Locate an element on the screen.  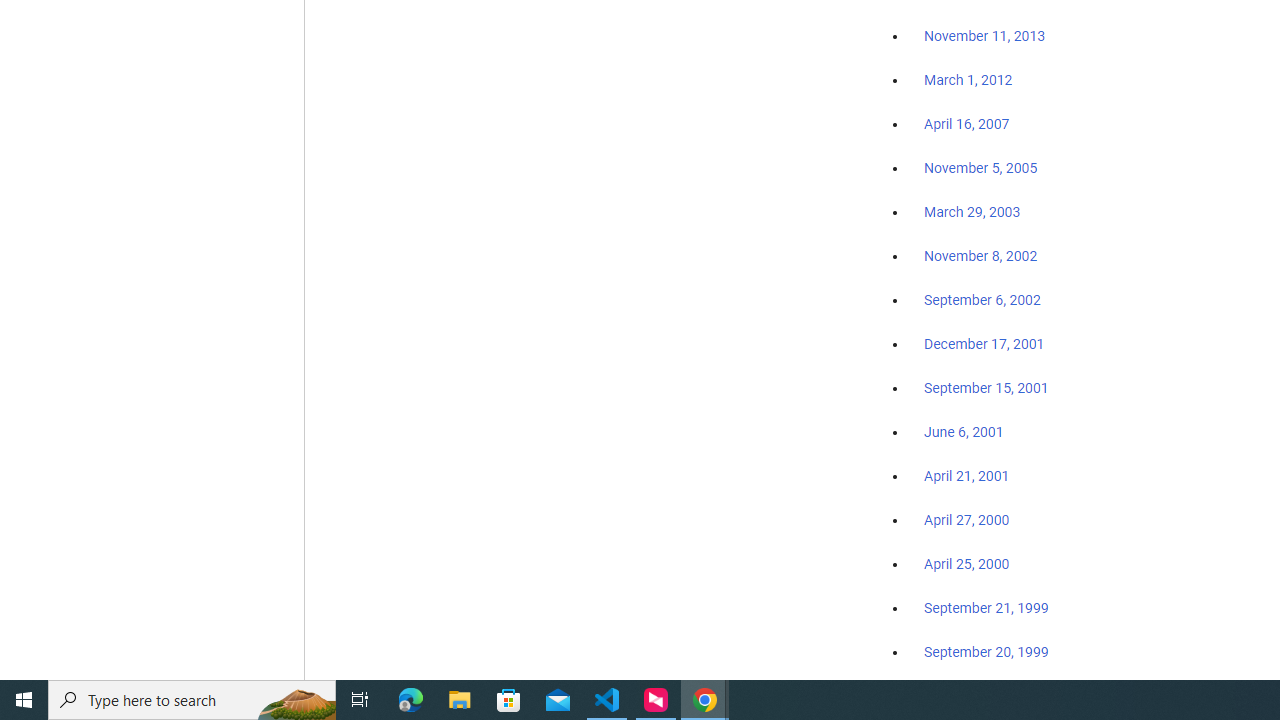
'April 21, 2001' is located at coordinates (967, 476).